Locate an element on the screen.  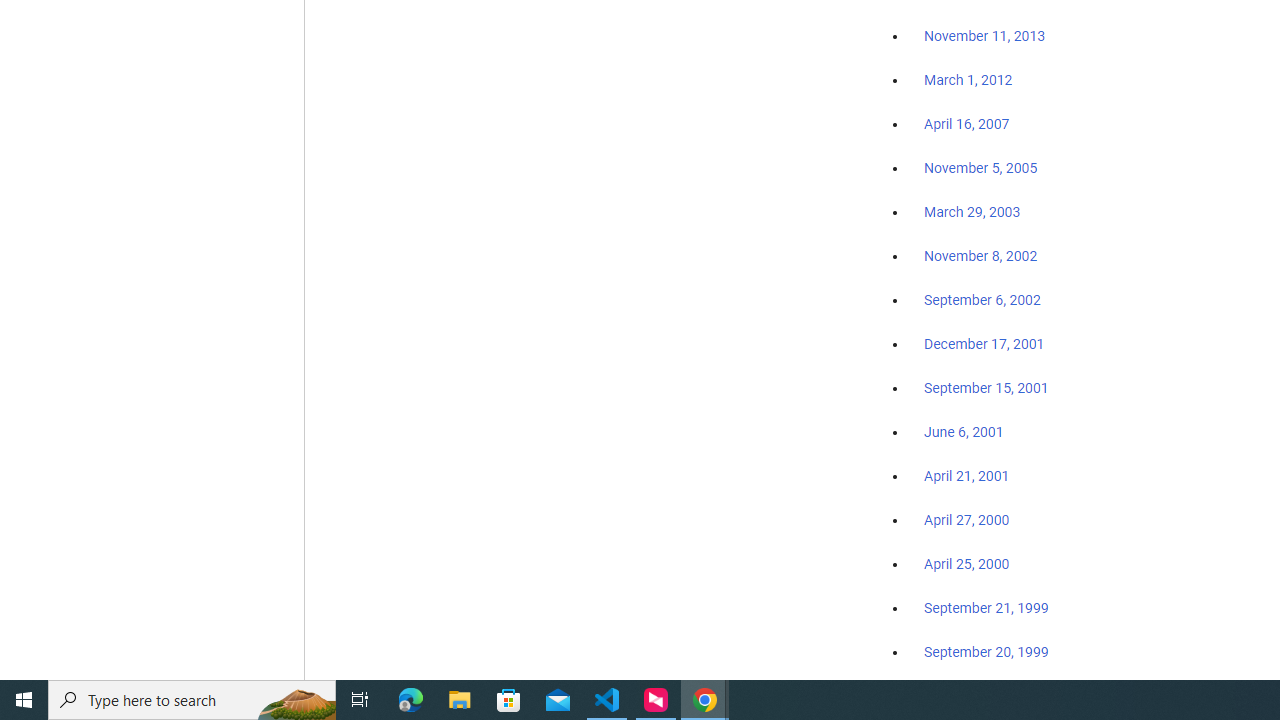
'April 21, 2001' is located at coordinates (967, 476).